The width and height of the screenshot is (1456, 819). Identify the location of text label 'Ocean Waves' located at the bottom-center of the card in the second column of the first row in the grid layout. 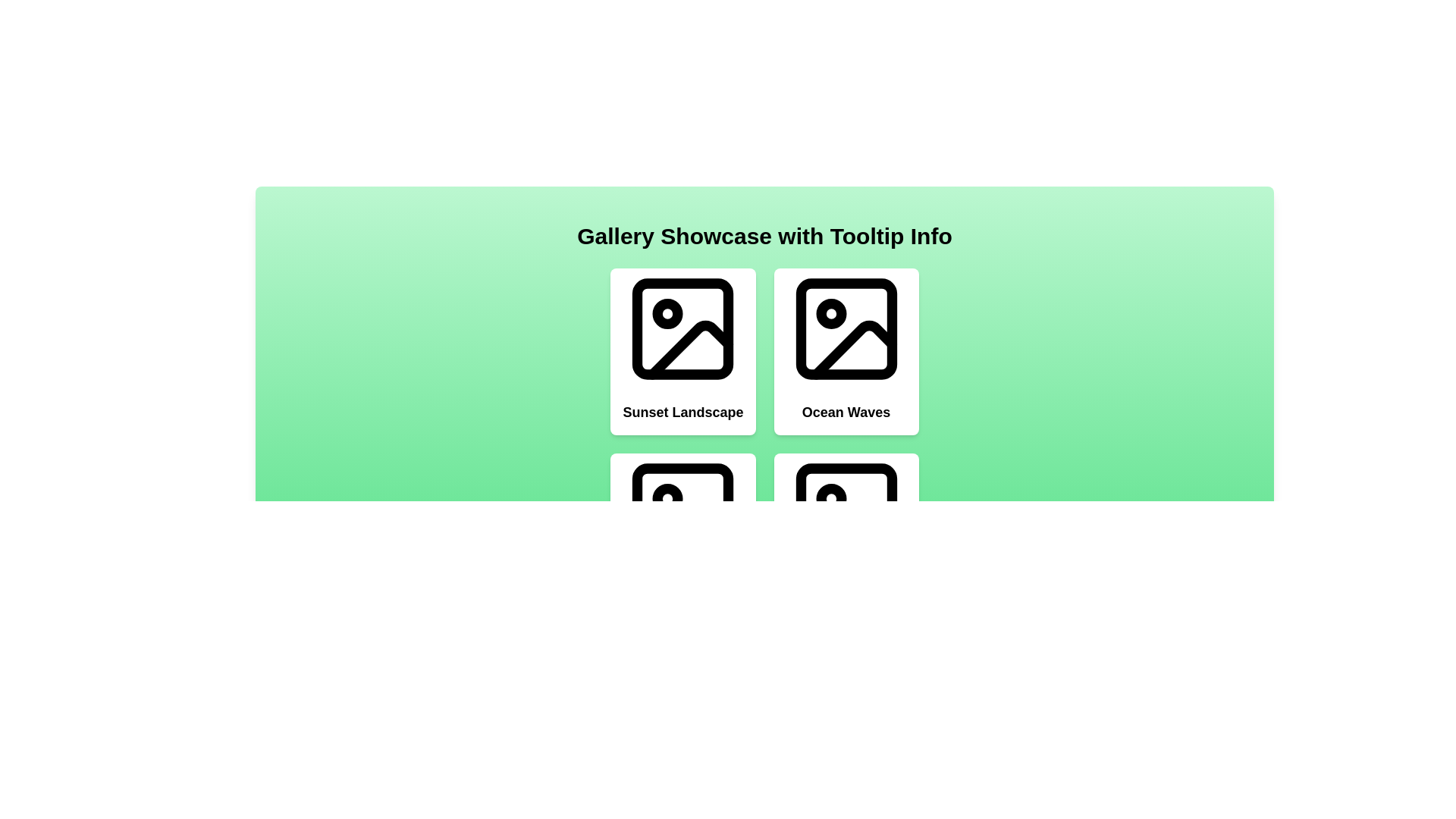
(846, 412).